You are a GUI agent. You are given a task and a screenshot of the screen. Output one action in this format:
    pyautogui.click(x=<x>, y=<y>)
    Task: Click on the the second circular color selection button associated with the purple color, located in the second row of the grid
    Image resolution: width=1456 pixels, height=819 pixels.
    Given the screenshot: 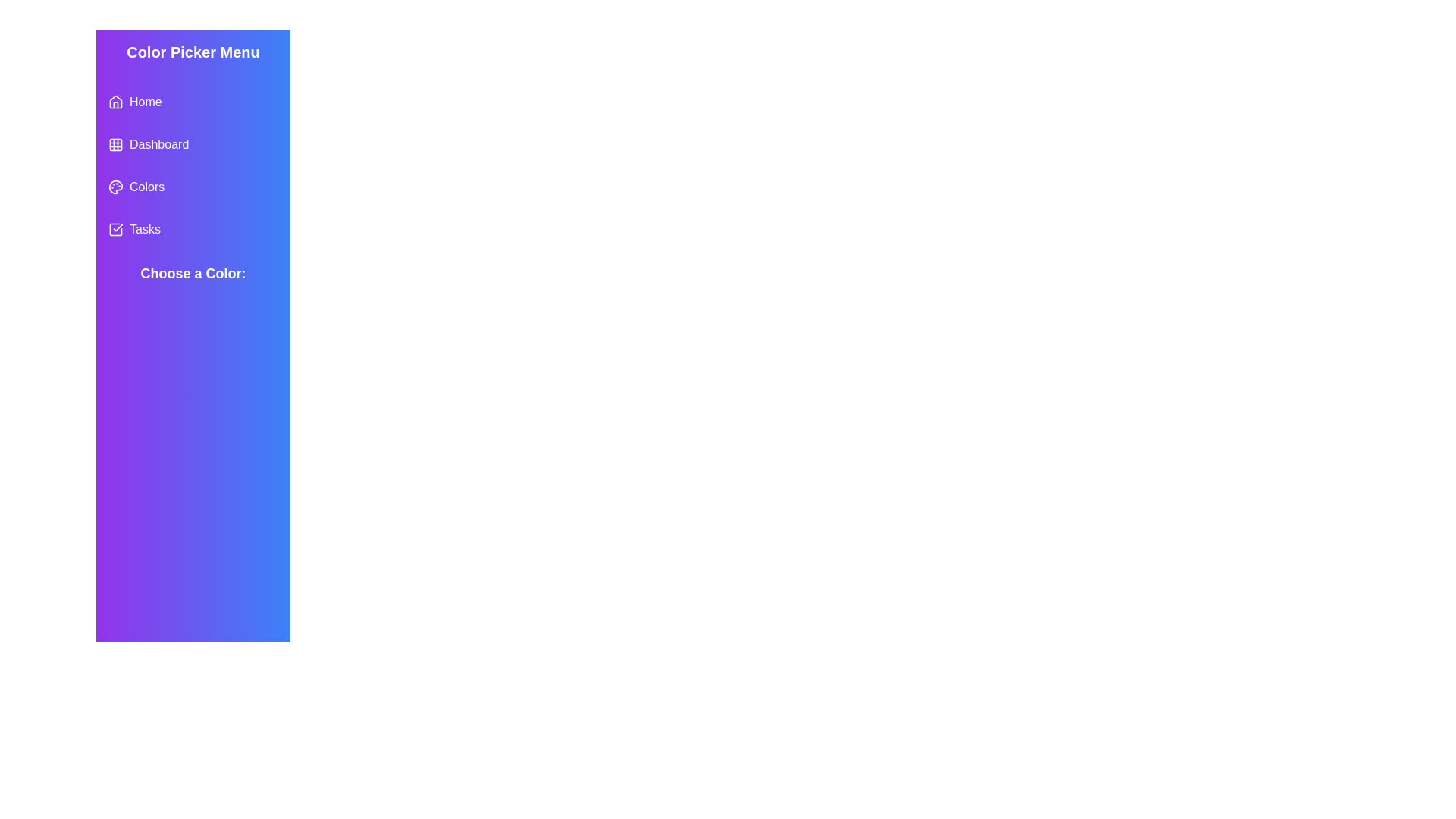 What is the action you would take?
    pyautogui.click(x=182, y=342)
    